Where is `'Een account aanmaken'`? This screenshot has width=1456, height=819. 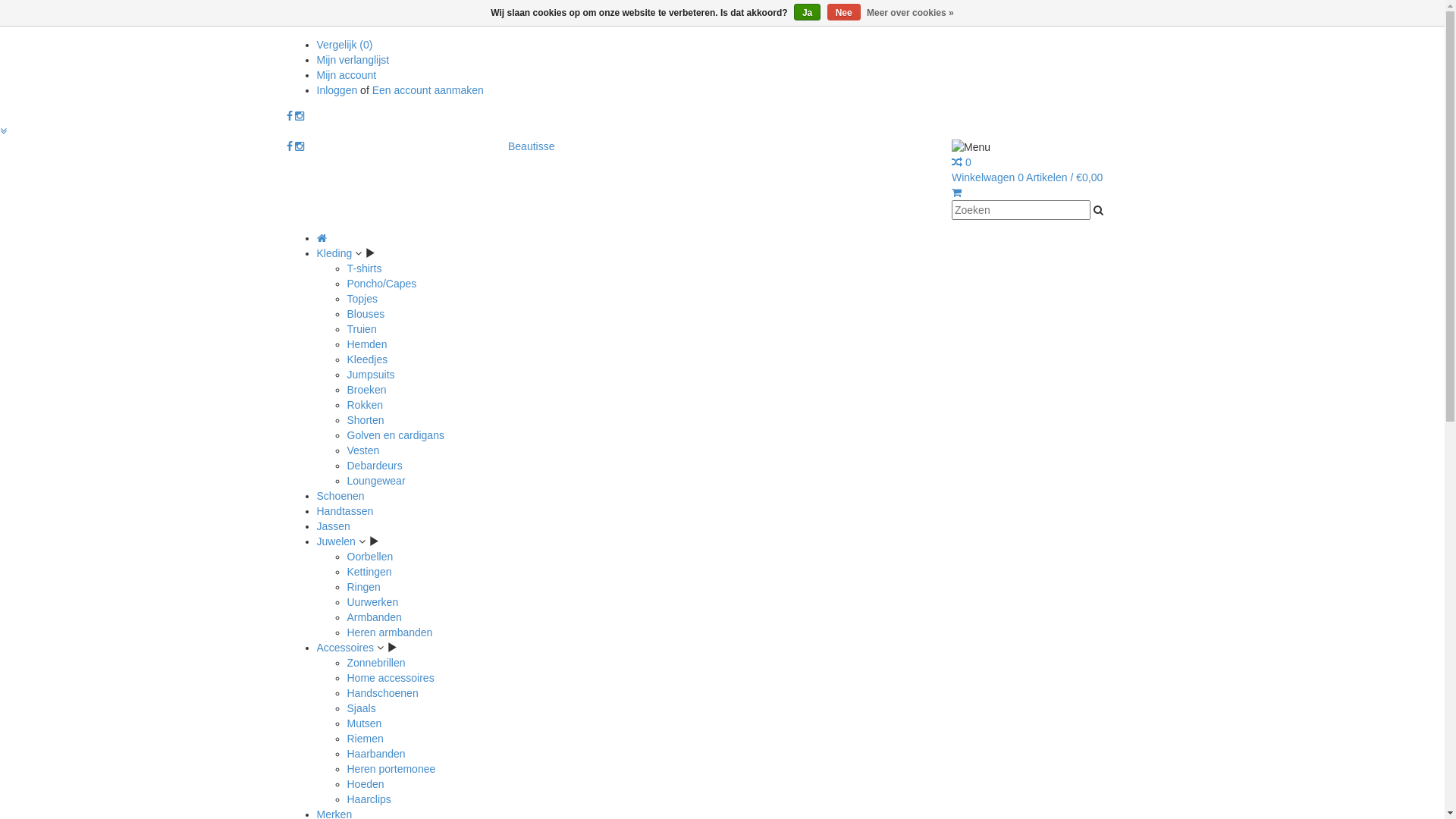 'Een account aanmaken' is located at coordinates (427, 90).